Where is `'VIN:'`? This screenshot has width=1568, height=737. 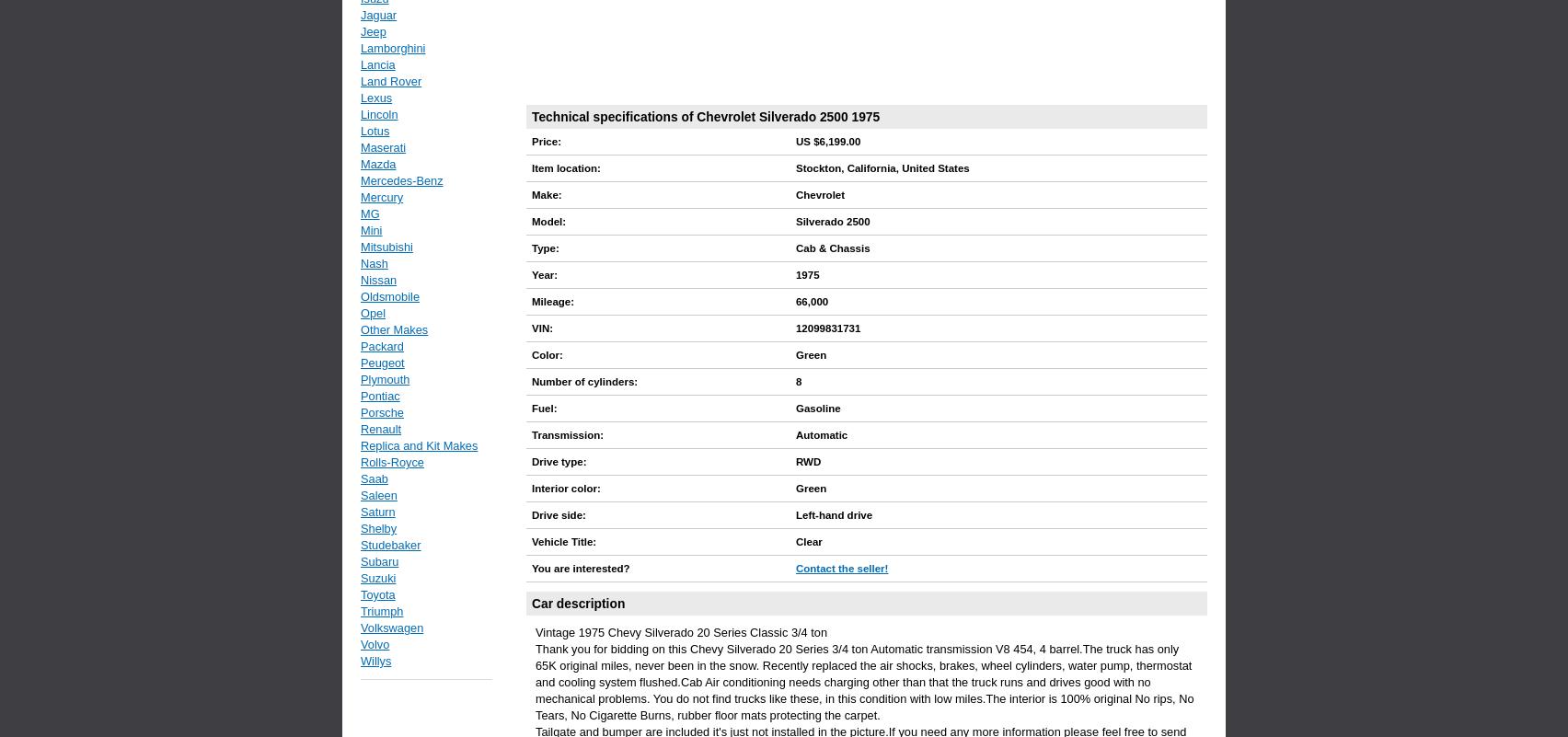 'VIN:' is located at coordinates (542, 328).